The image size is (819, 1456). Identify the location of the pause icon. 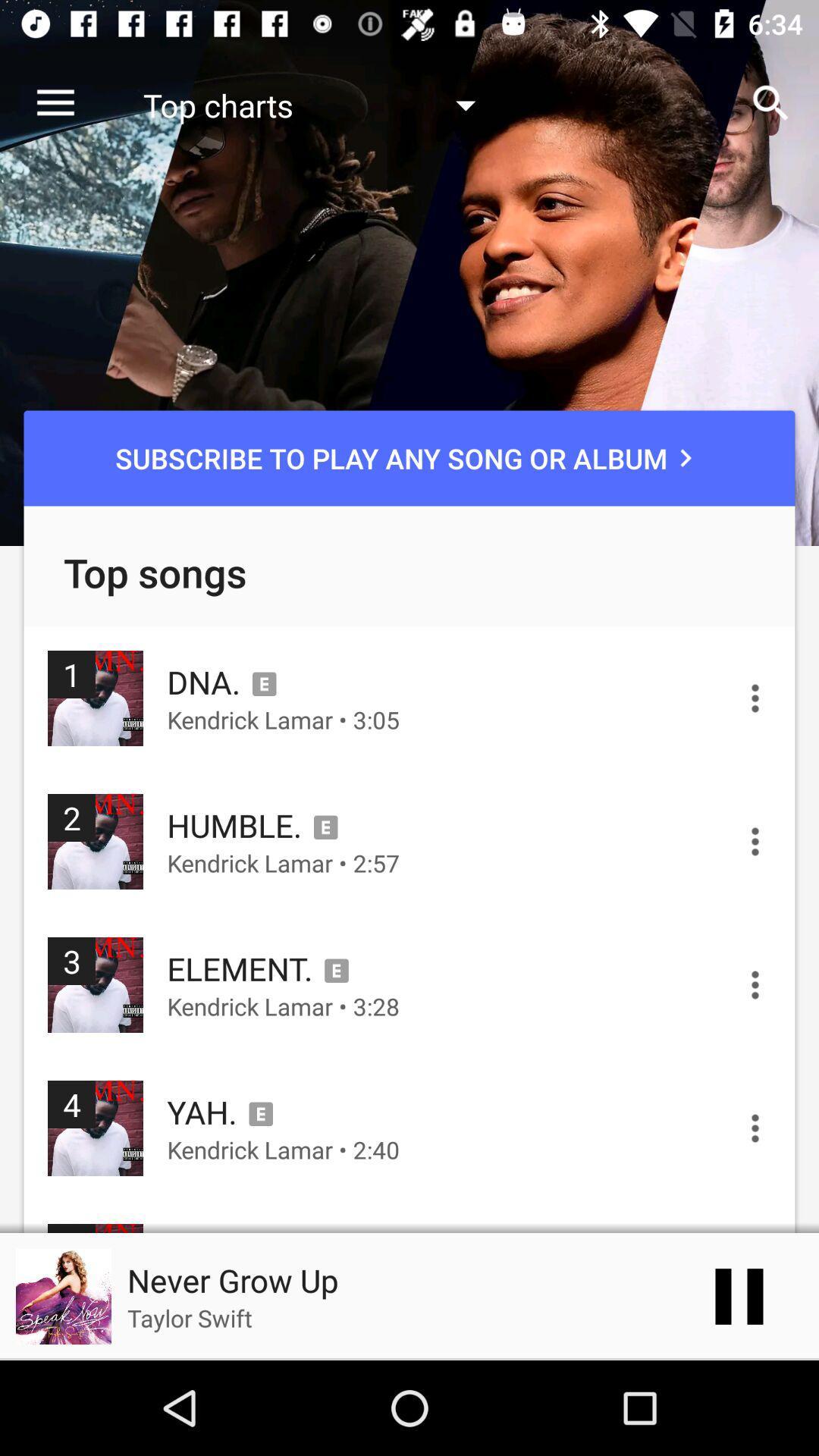
(739, 1295).